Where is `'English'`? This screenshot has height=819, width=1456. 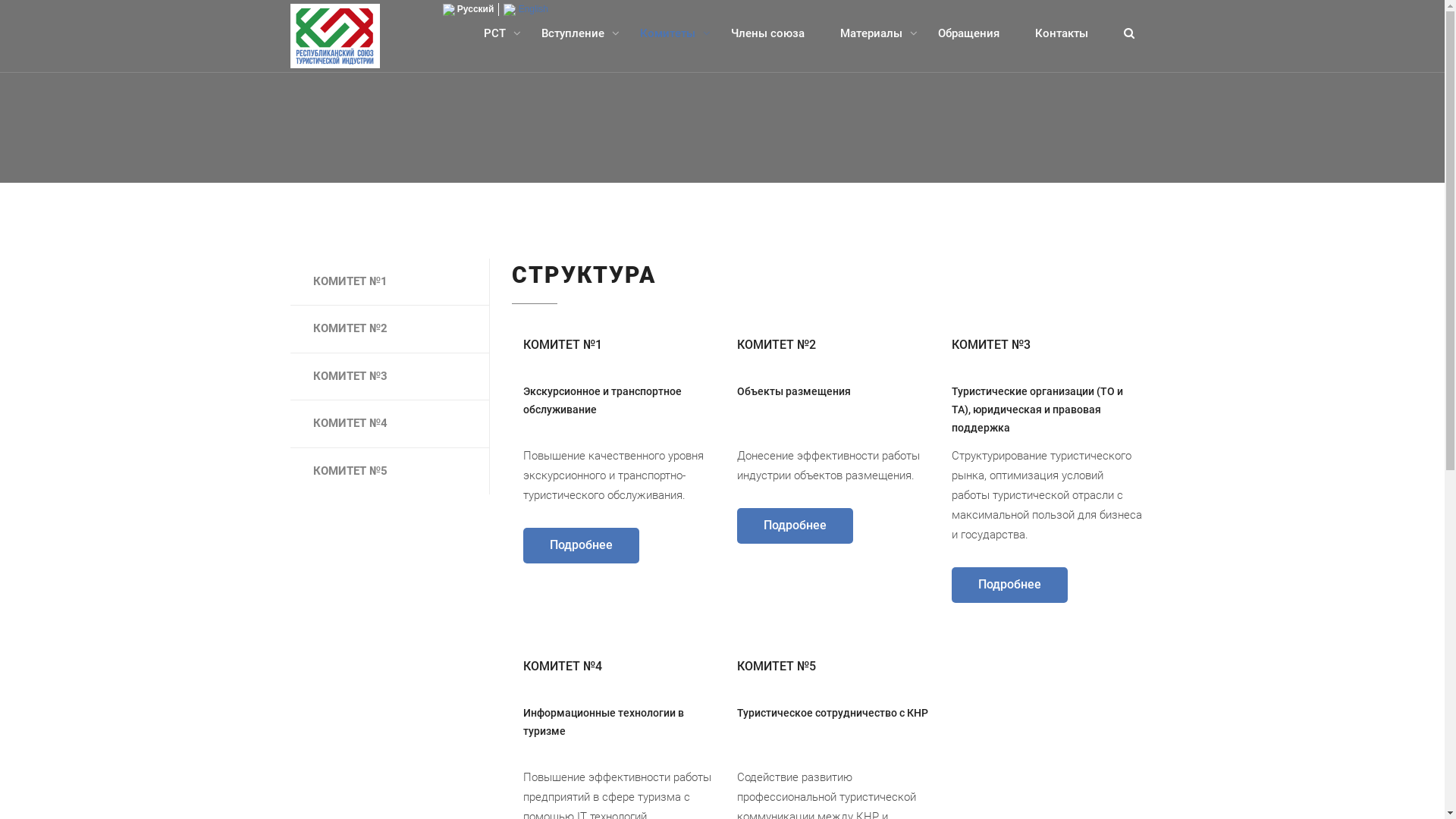 'English' is located at coordinates (526, 8).